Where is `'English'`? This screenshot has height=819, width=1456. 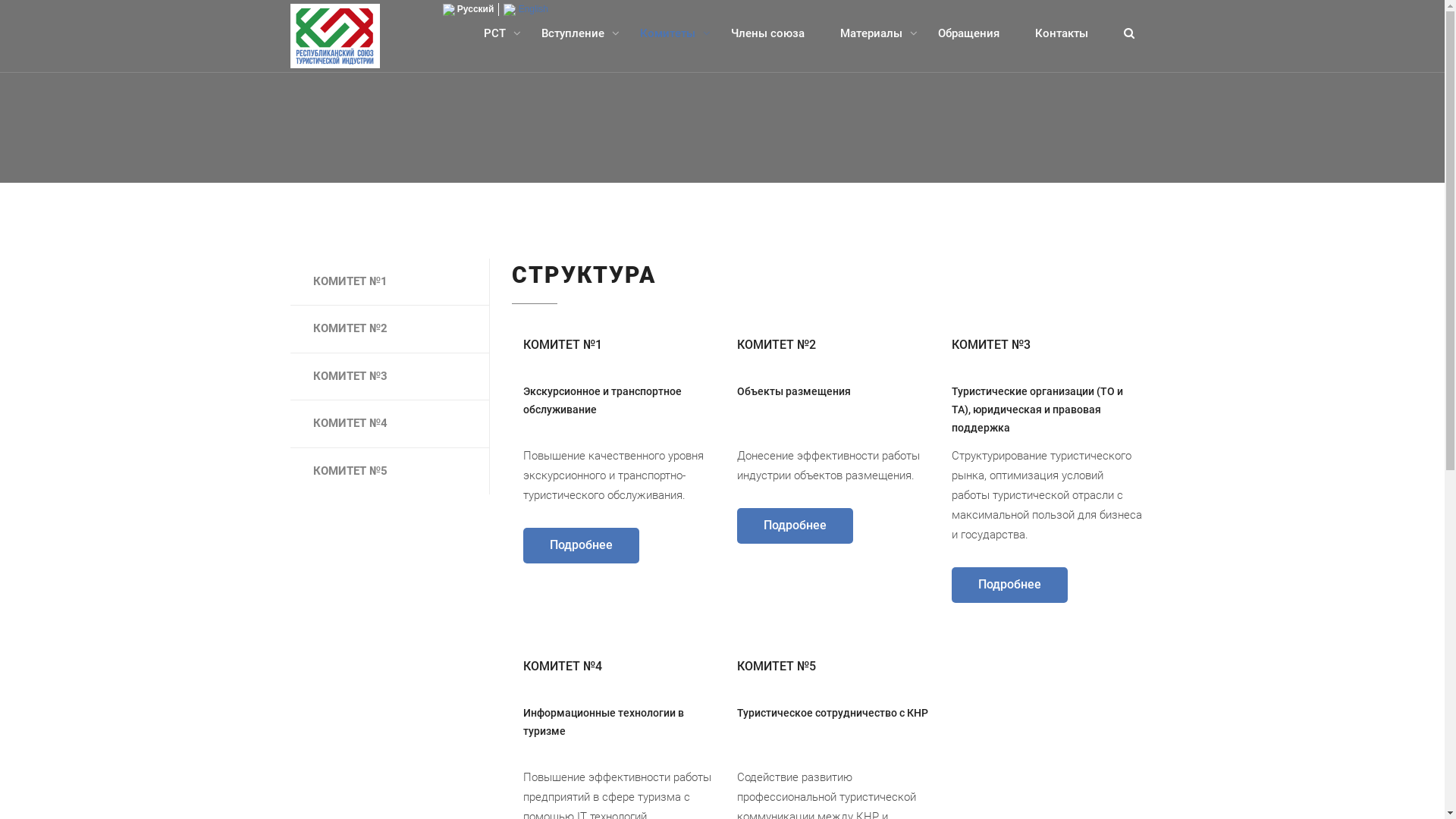 'English' is located at coordinates (526, 8).